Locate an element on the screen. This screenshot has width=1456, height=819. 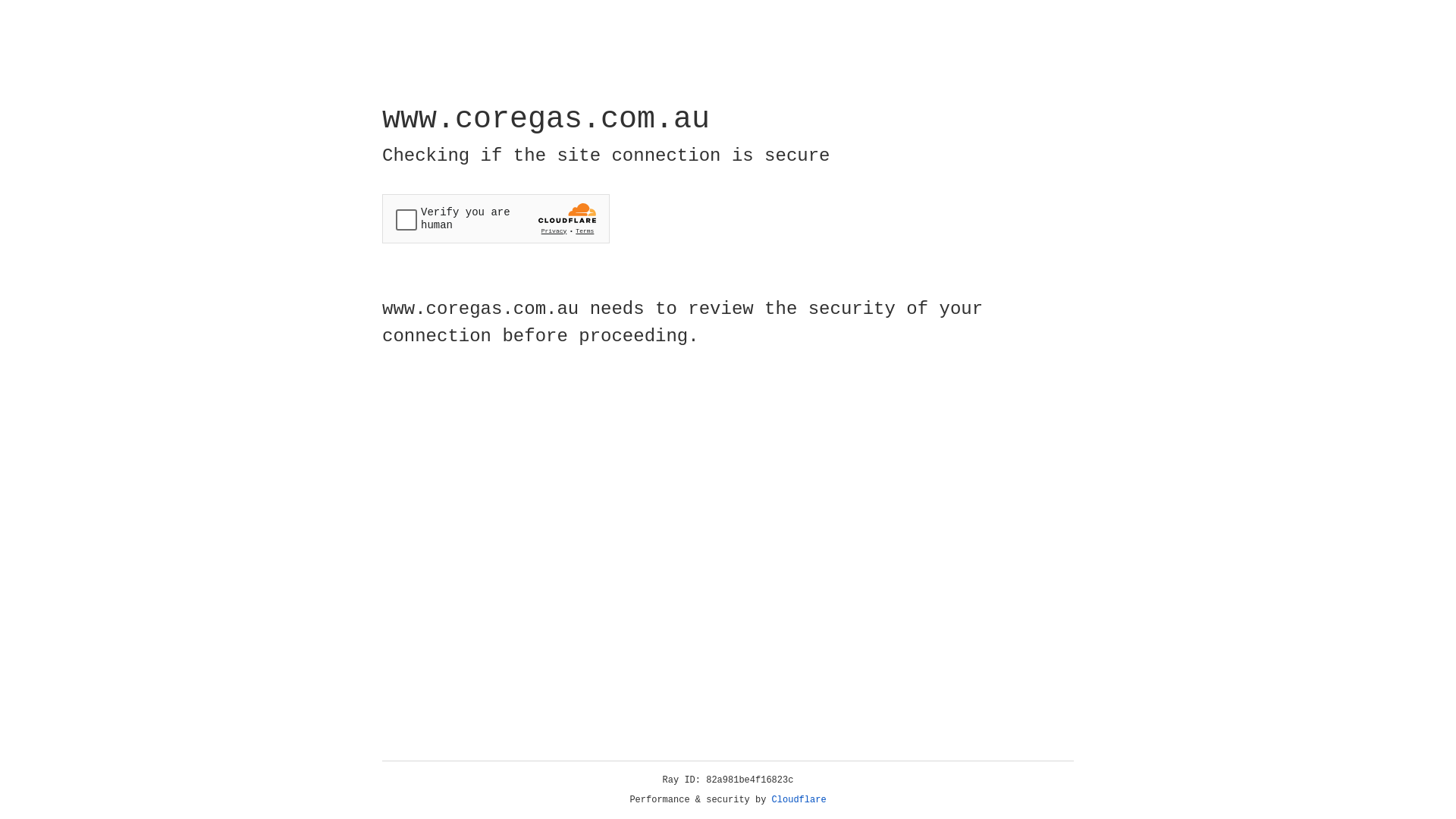
'Widget containing a Cloudflare security challenge' is located at coordinates (495, 218).